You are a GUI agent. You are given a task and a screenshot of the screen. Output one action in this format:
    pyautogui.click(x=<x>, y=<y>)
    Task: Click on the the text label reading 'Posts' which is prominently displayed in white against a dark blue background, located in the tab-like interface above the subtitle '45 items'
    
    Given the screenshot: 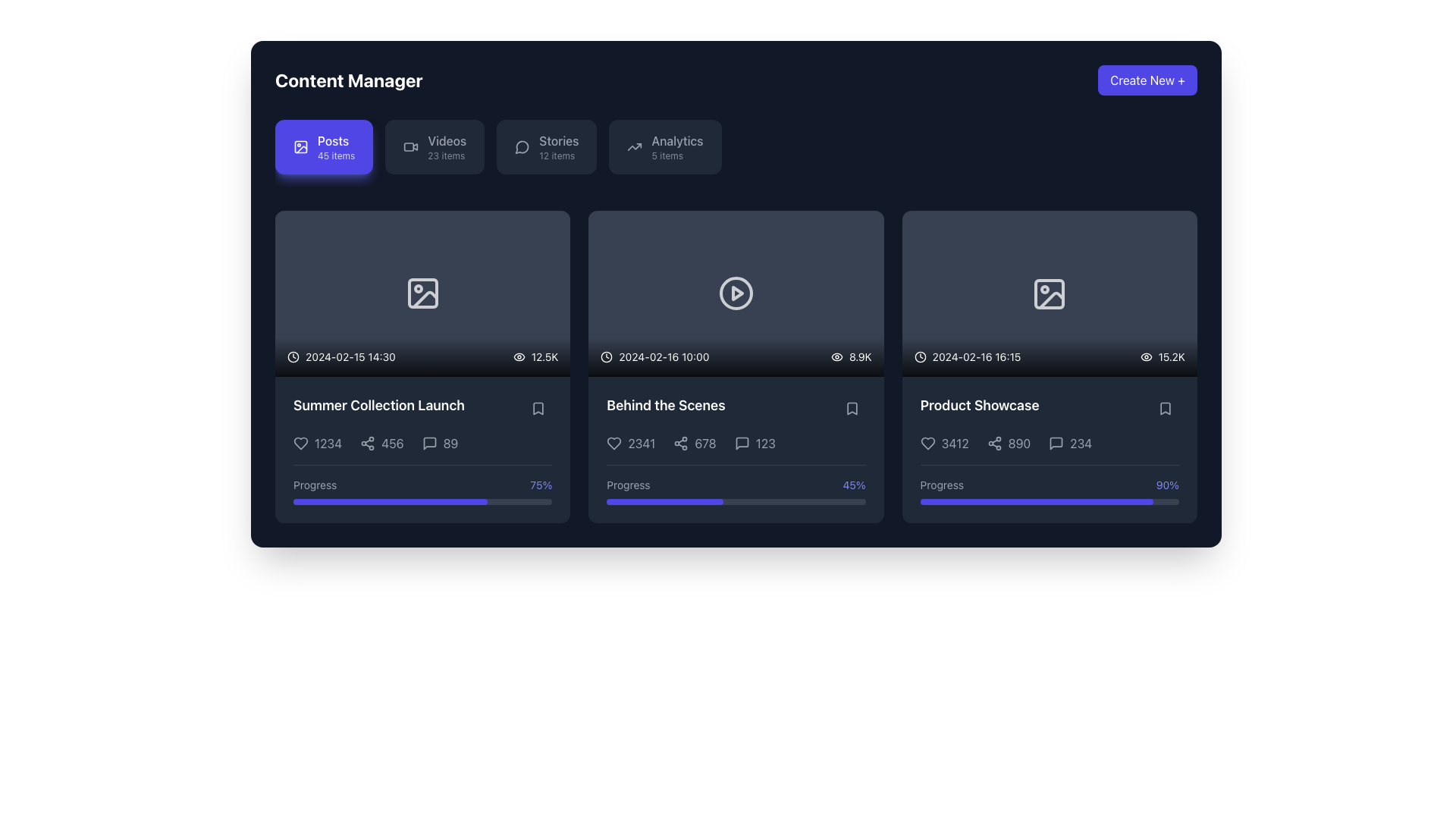 What is the action you would take?
    pyautogui.click(x=332, y=140)
    